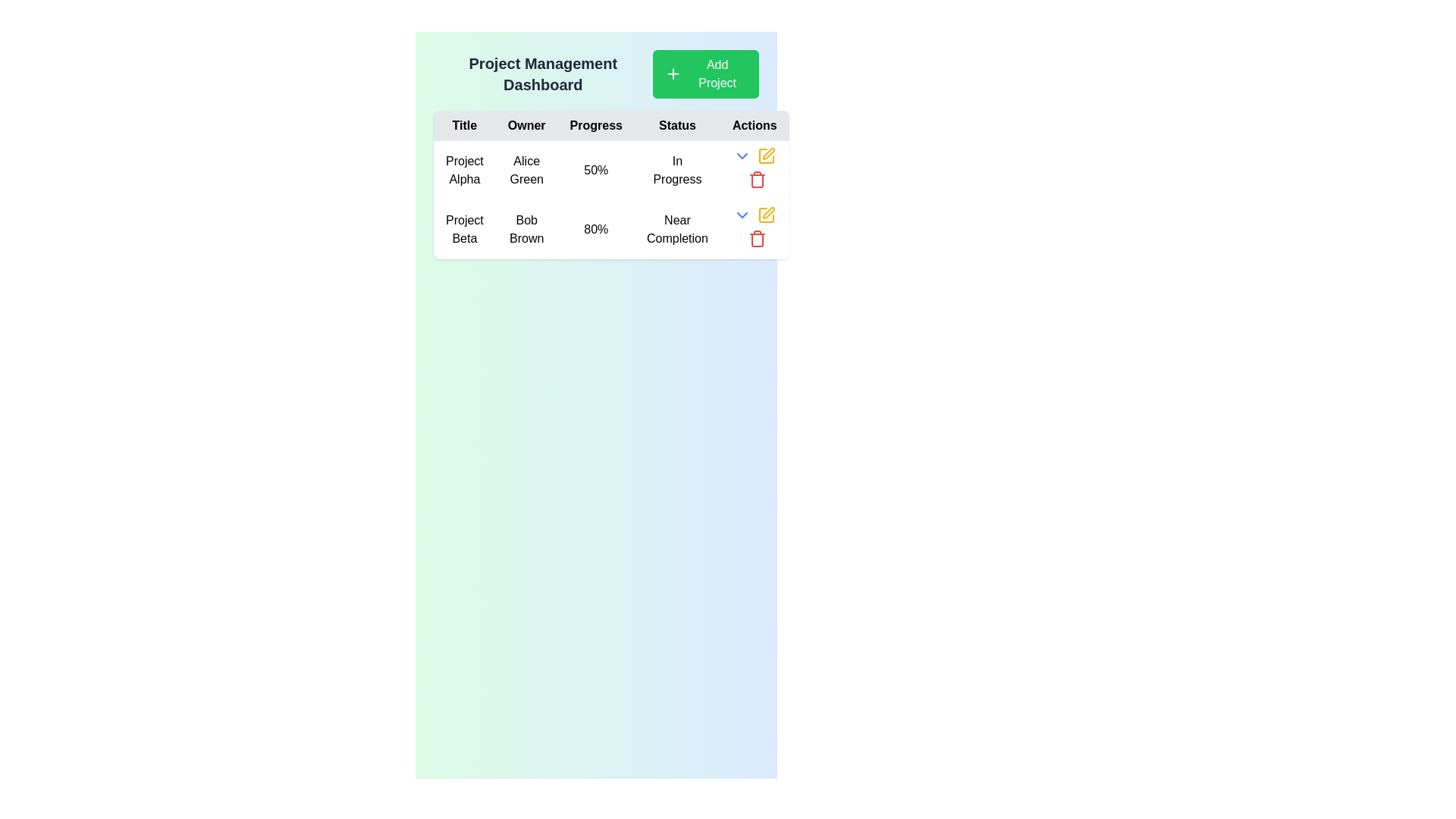 Image resolution: width=1456 pixels, height=819 pixels. Describe the element at coordinates (755, 170) in the screenshot. I see `the red trash bin icon used for deleting in the actions row associated with 'Project Alpha'` at that location.